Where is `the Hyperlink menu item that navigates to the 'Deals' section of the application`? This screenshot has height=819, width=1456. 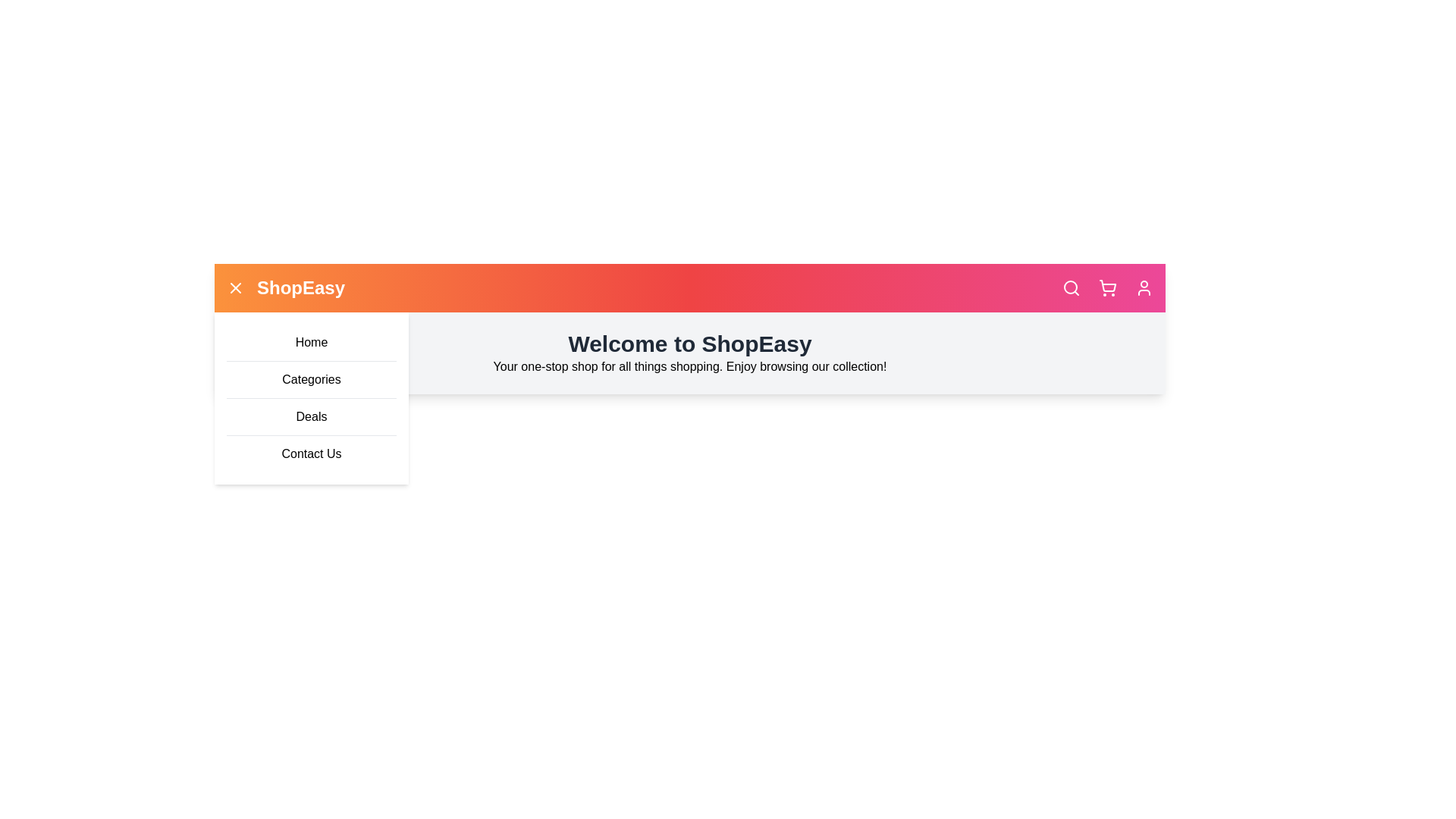
the Hyperlink menu item that navigates to the 'Deals' section of the application is located at coordinates (311, 416).